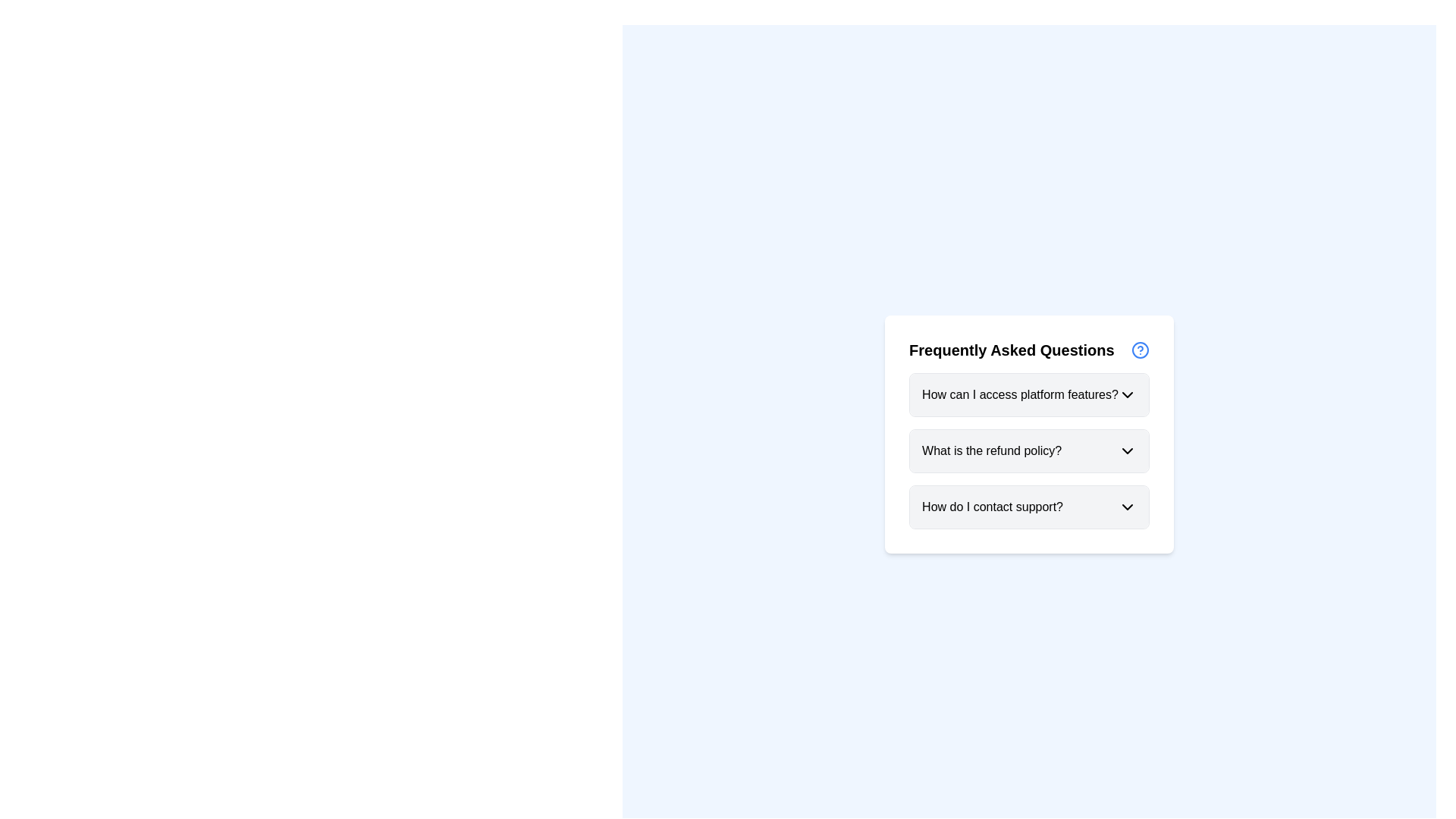 The image size is (1456, 819). I want to click on the Dropdown toggle at the top of the FAQ section, so click(1029, 394).